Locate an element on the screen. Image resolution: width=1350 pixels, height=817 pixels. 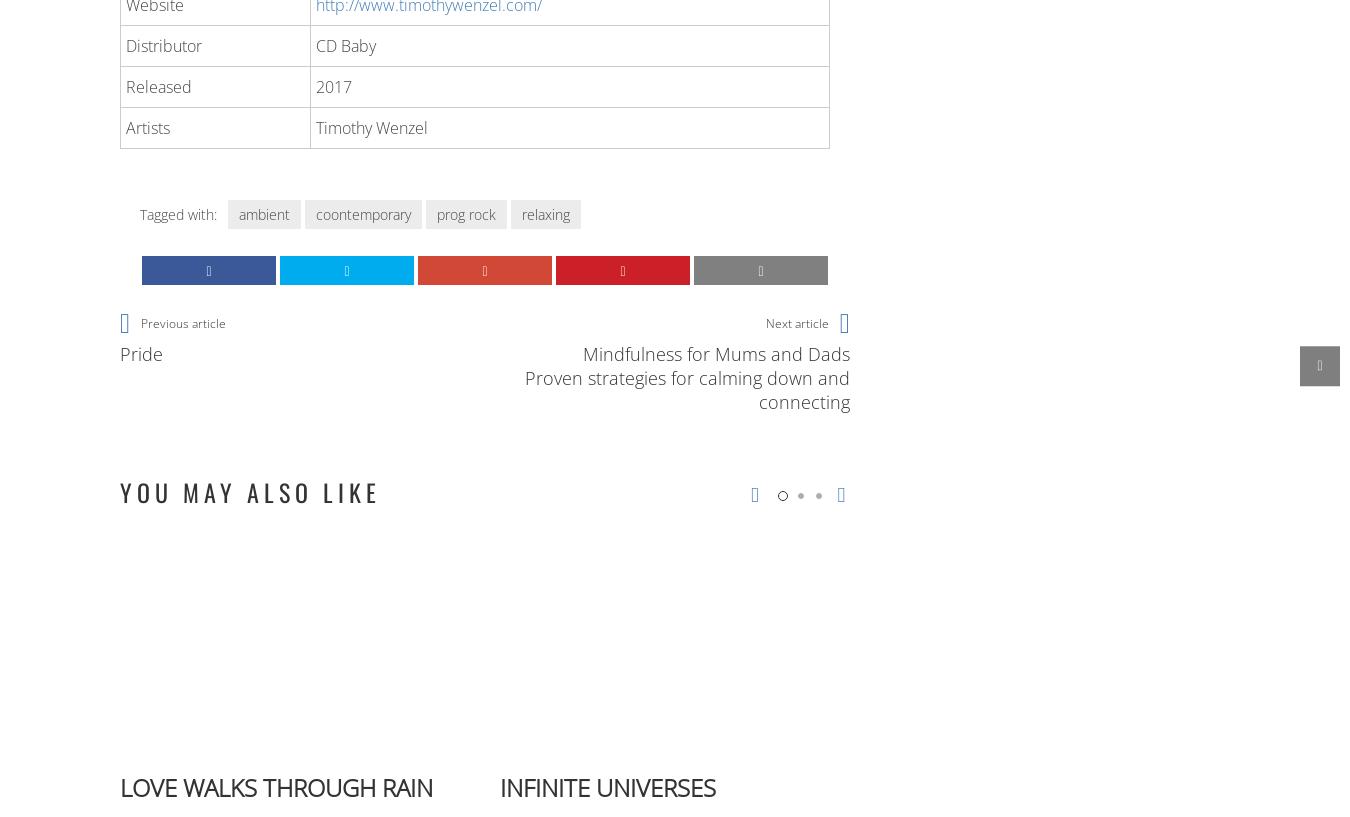
'Mindfulness for Mums and Dads Proven strategies for calming down and connecting' is located at coordinates (686, 375).